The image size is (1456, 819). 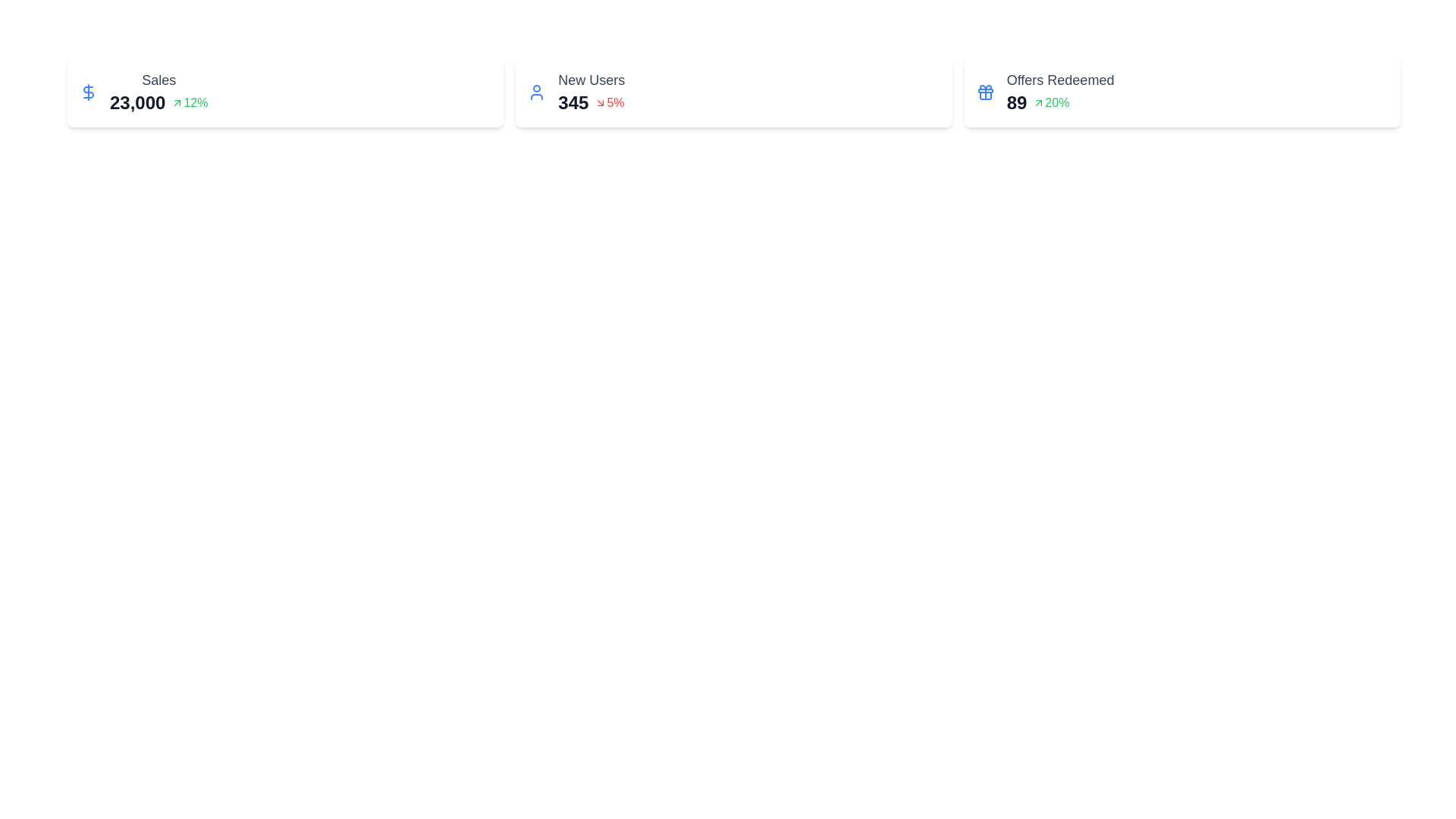 I want to click on the green '12%' text label with an arrow icon, which indicates the percentage growth associated with the 'Sales' metric, positioned to the right of the numeric '23,000' text within the 'Sales' summary card, so click(x=189, y=102).